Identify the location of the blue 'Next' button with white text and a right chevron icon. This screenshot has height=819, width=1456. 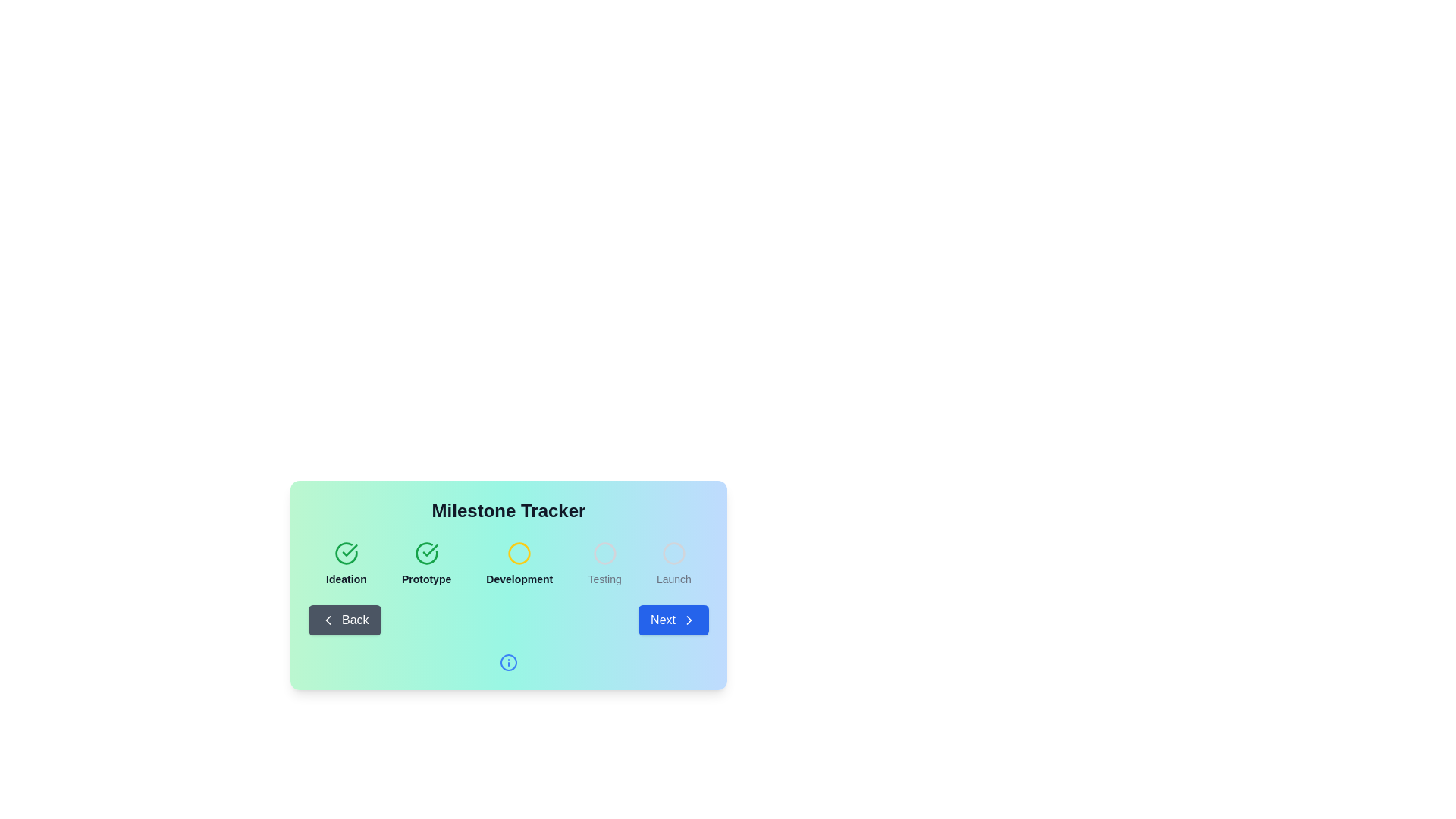
(673, 620).